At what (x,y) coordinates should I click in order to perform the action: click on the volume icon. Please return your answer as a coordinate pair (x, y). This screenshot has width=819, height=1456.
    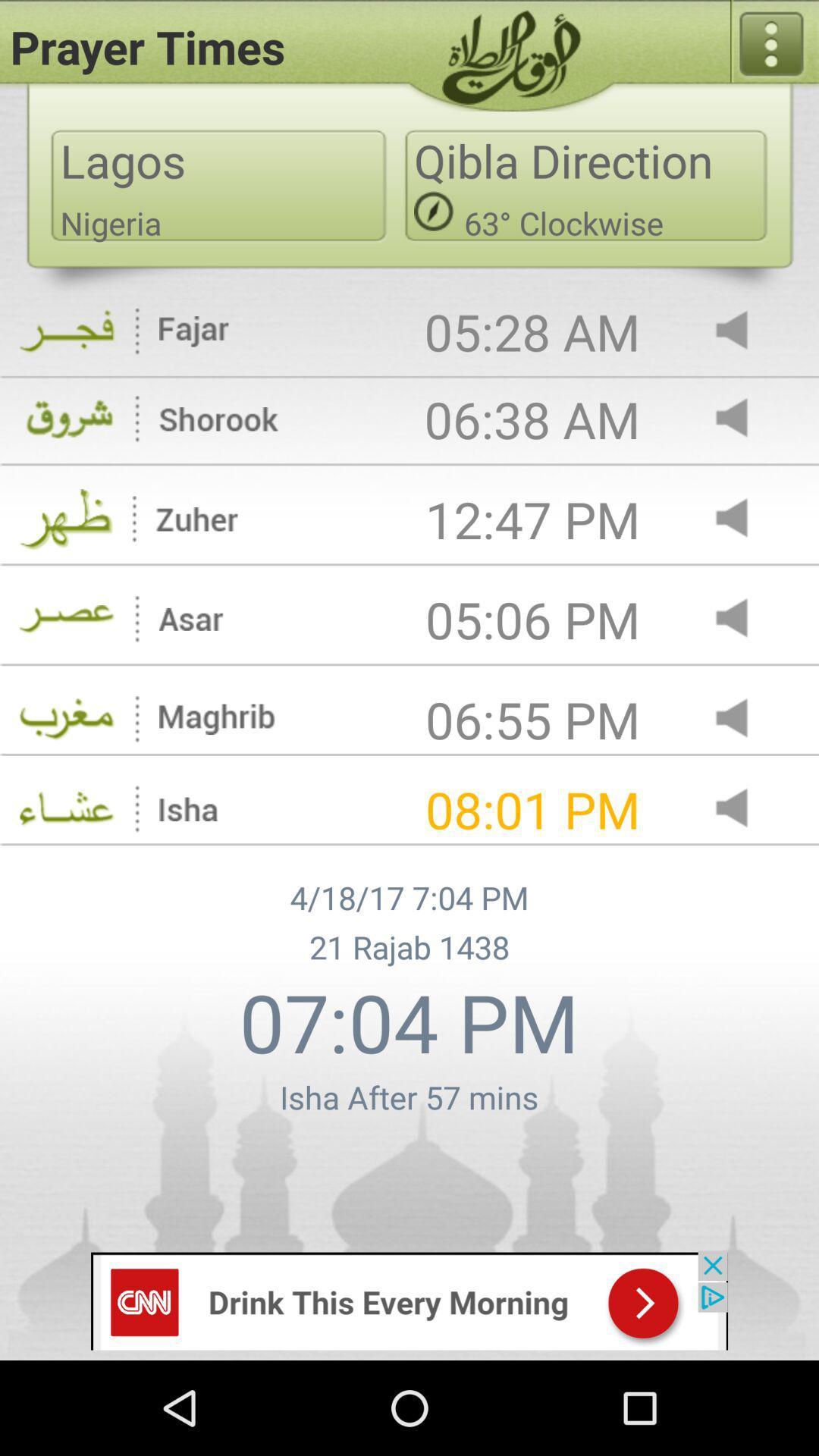
    Looking at the image, I should click on (744, 770).